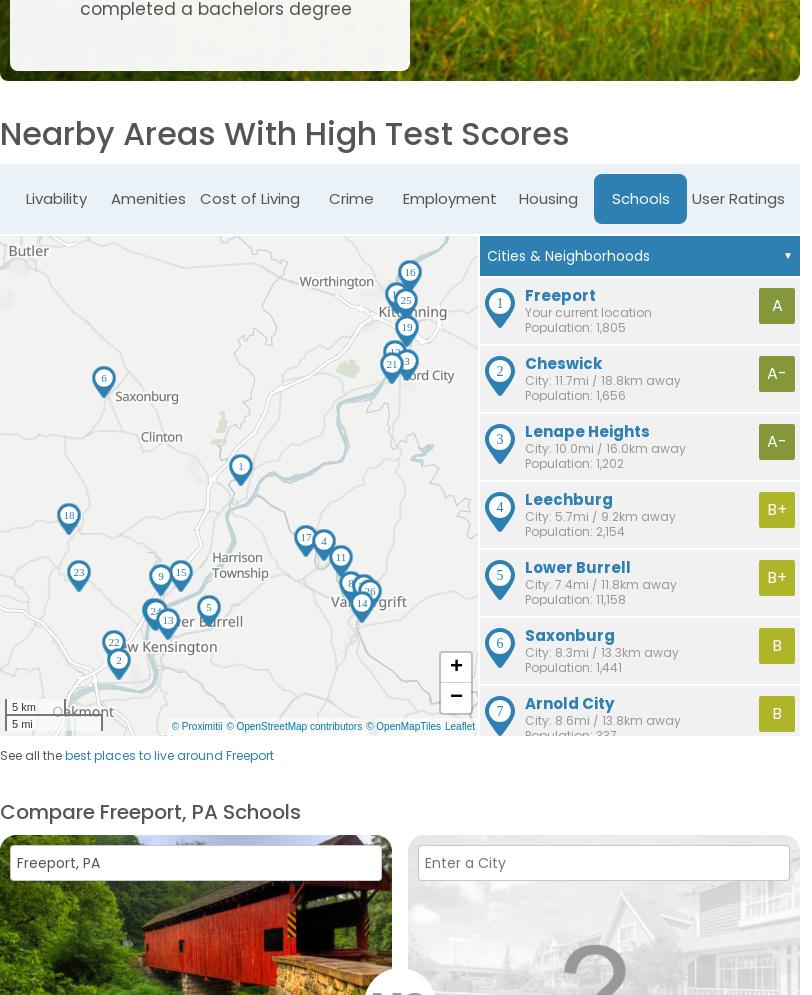  I want to click on 'Leaflet', so click(458, 726).